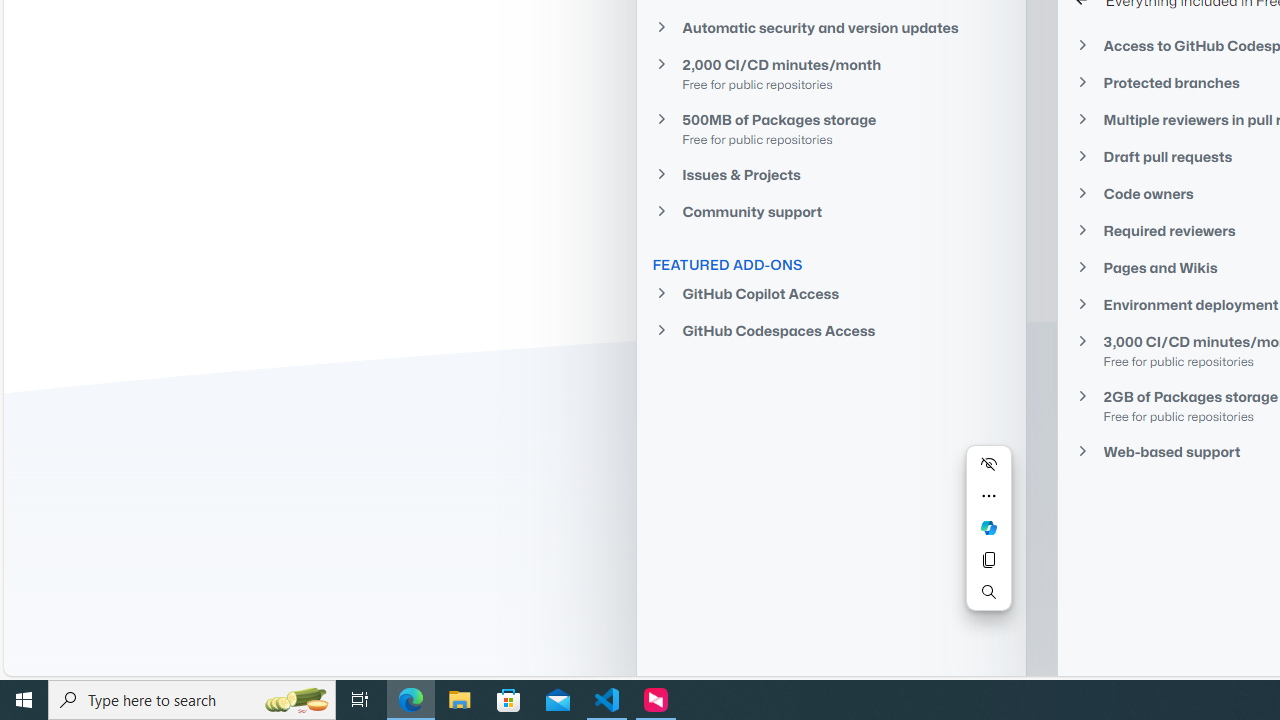 The height and width of the screenshot is (720, 1280). Describe the element at coordinates (830, 329) in the screenshot. I see `'GitHub Codespaces Access'` at that location.